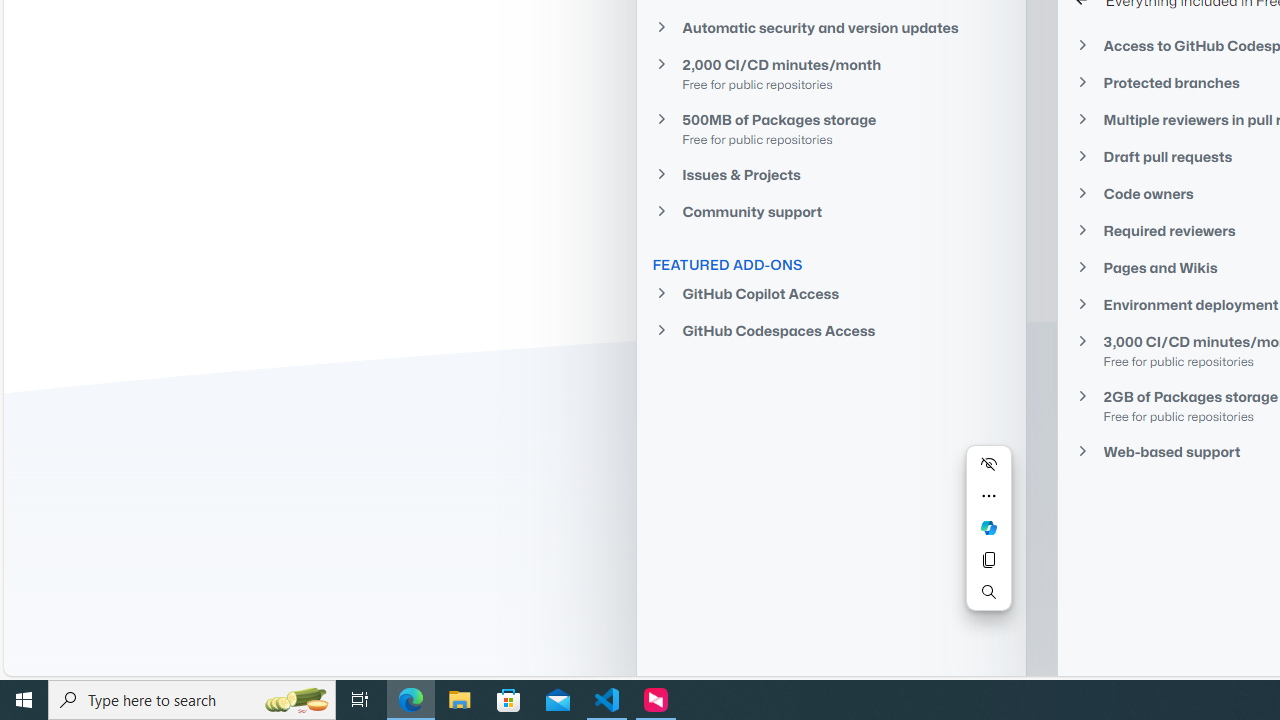 The height and width of the screenshot is (720, 1280). Describe the element at coordinates (830, 329) in the screenshot. I see `'GitHub Codespaces Access'` at that location.